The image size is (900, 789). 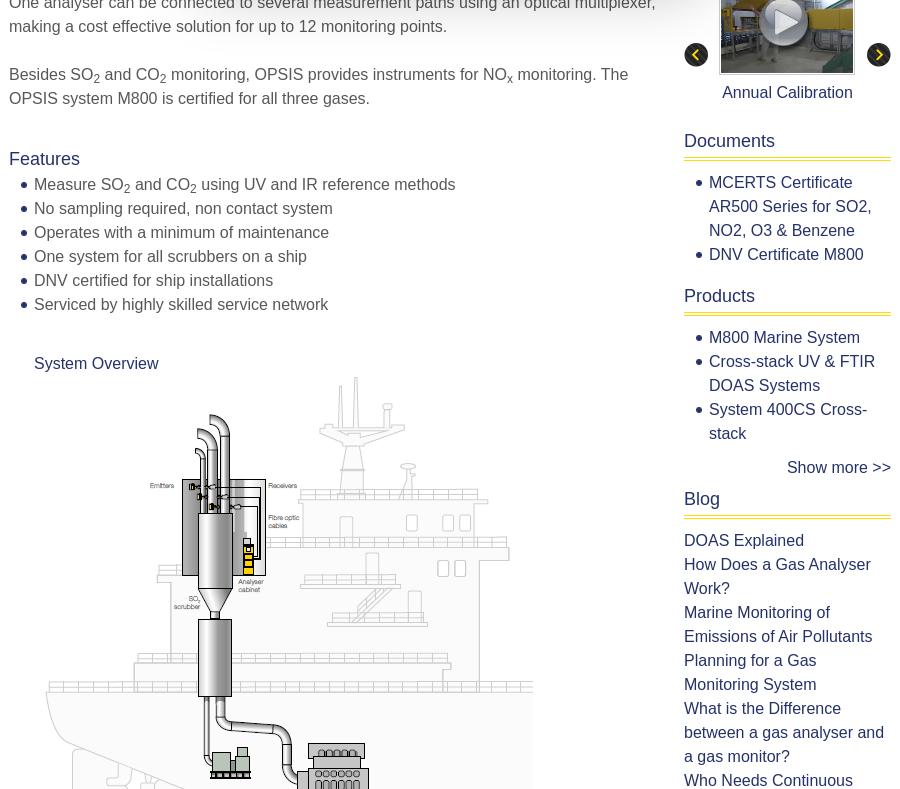 What do you see at coordinates (180, 303) in the screenshot?
I see `'Serviced by highly skilled service network'` at bounding box center [180, 303].